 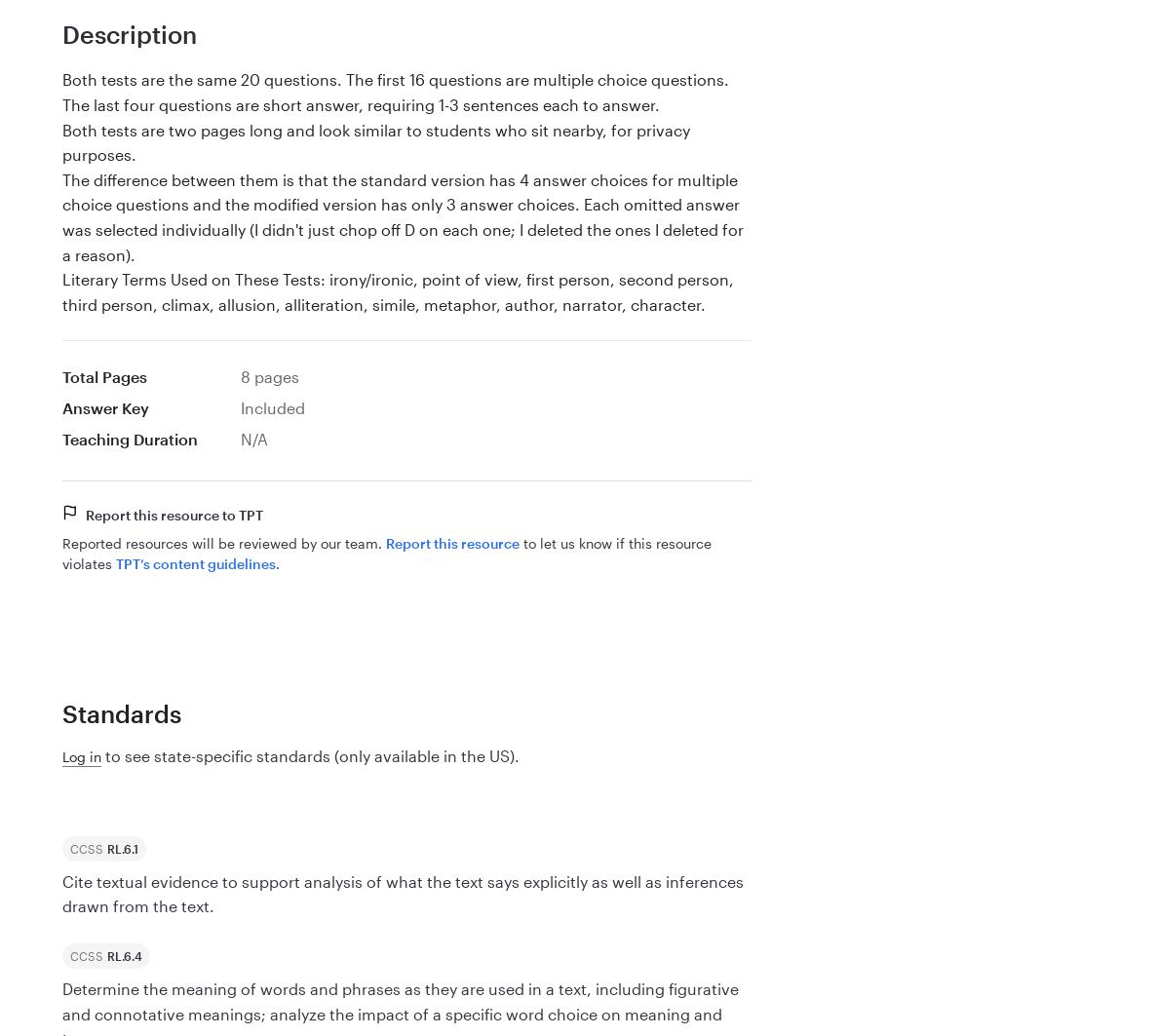 What do you see at coordinates (100, 754) in the screenshot?
I see `'to see state-specific standards (only available in the US).'` at bounding box center [100, 754].